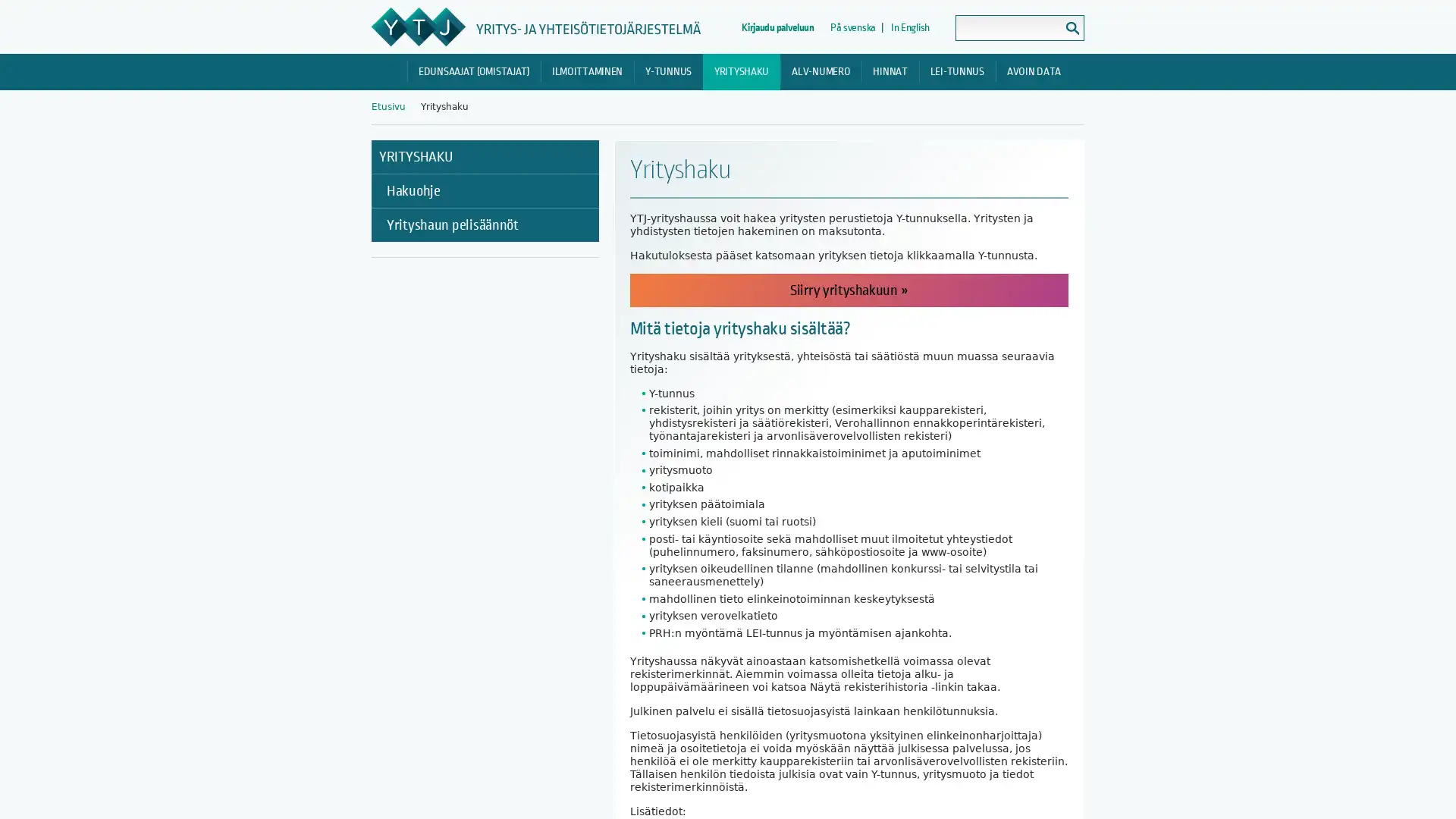  I want to click on Etsi, so click(1072, 28).